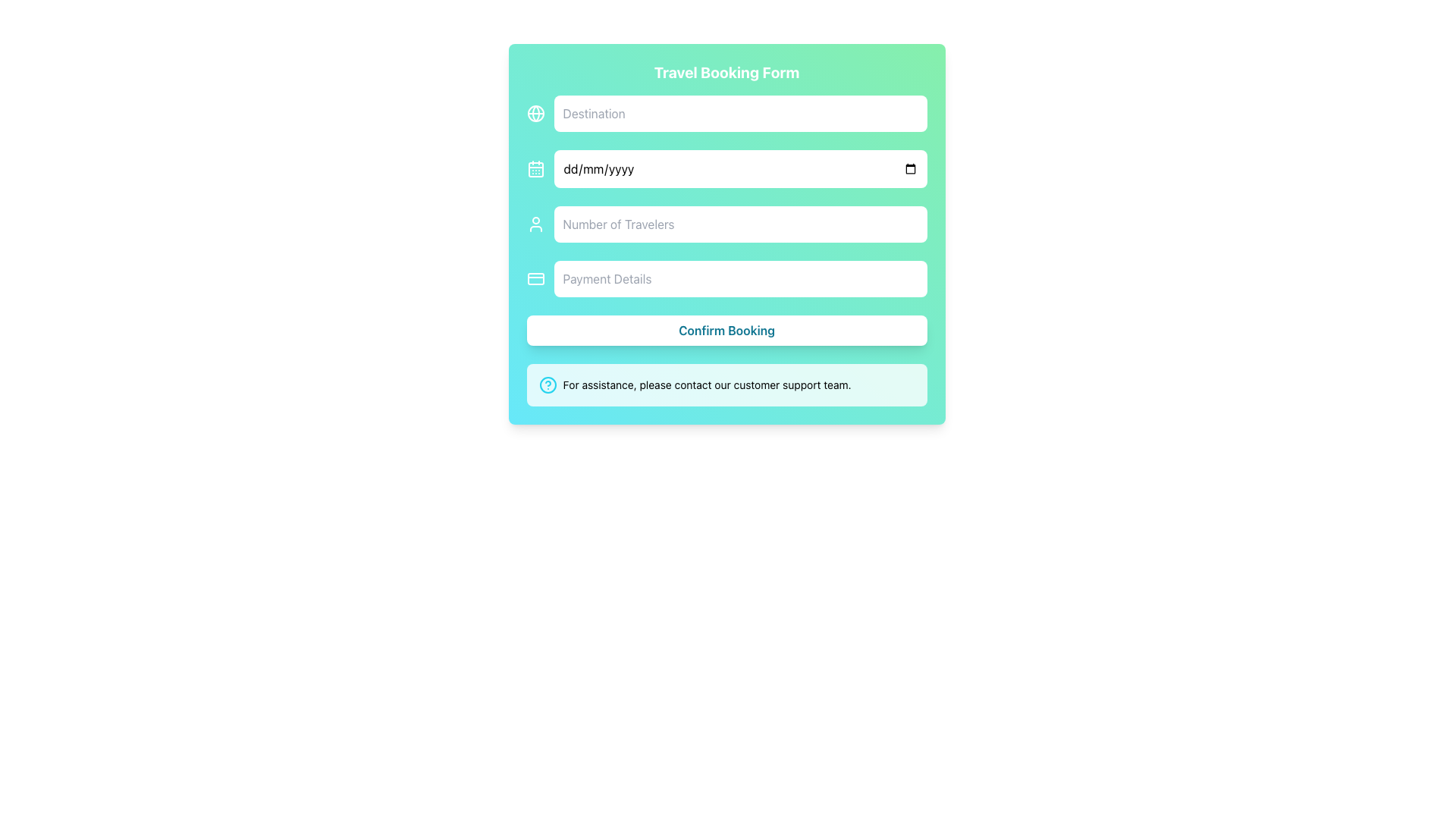  What do you see at coordinates (726, 384) in the screenshot?
I see `the cyan question mark icon in the Informational Banner, which is styled with a small text block that reads 'For assistance, please contact our customer support team.'` at bounding box center [726, 384].